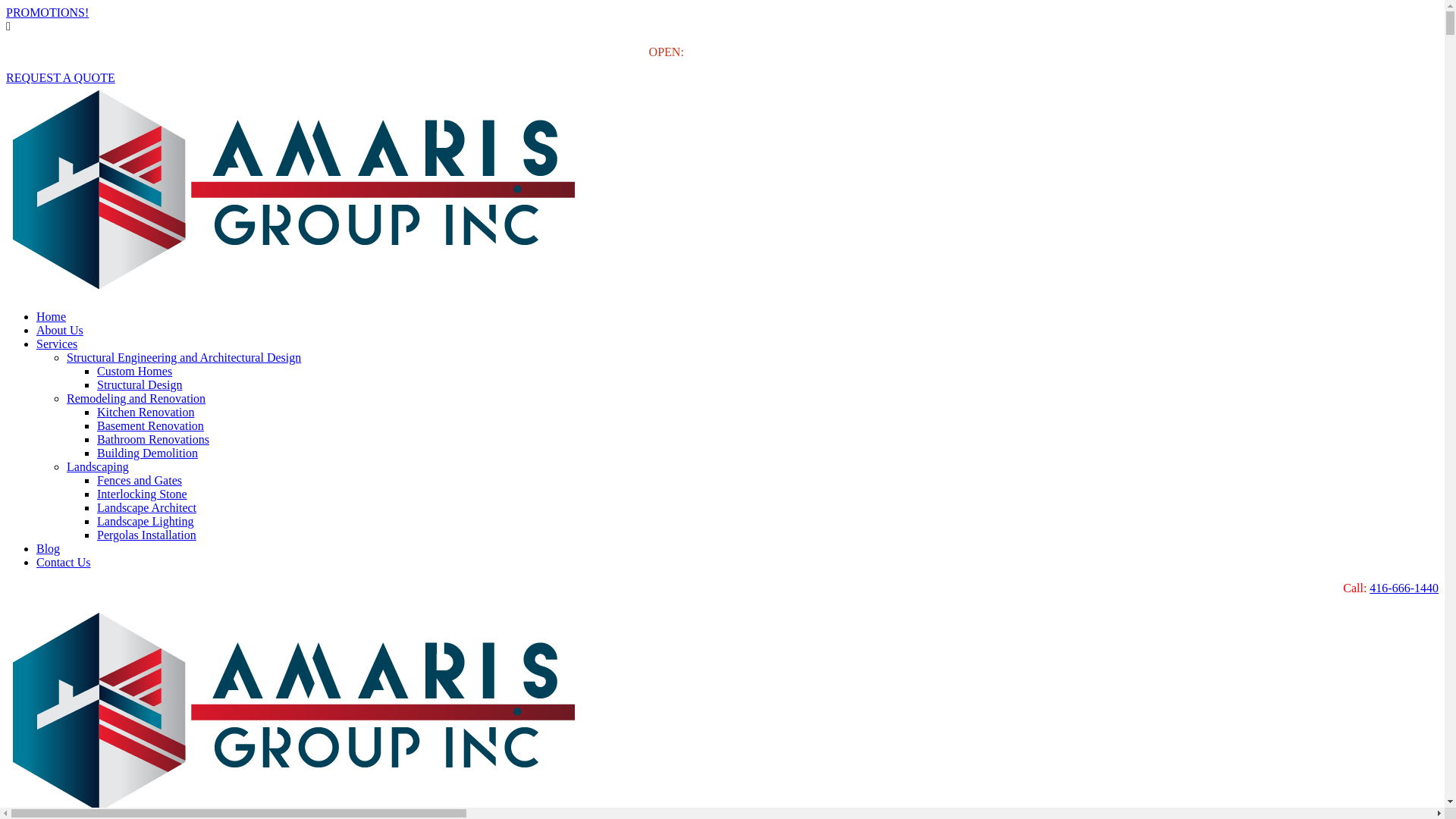 Image resolution: width=1456 pixels, height=819 pixels. What do you see at coordinates (96, 480) in the screenshot?
I see `'Fences and Gates'` at bounding box center [96, 480].